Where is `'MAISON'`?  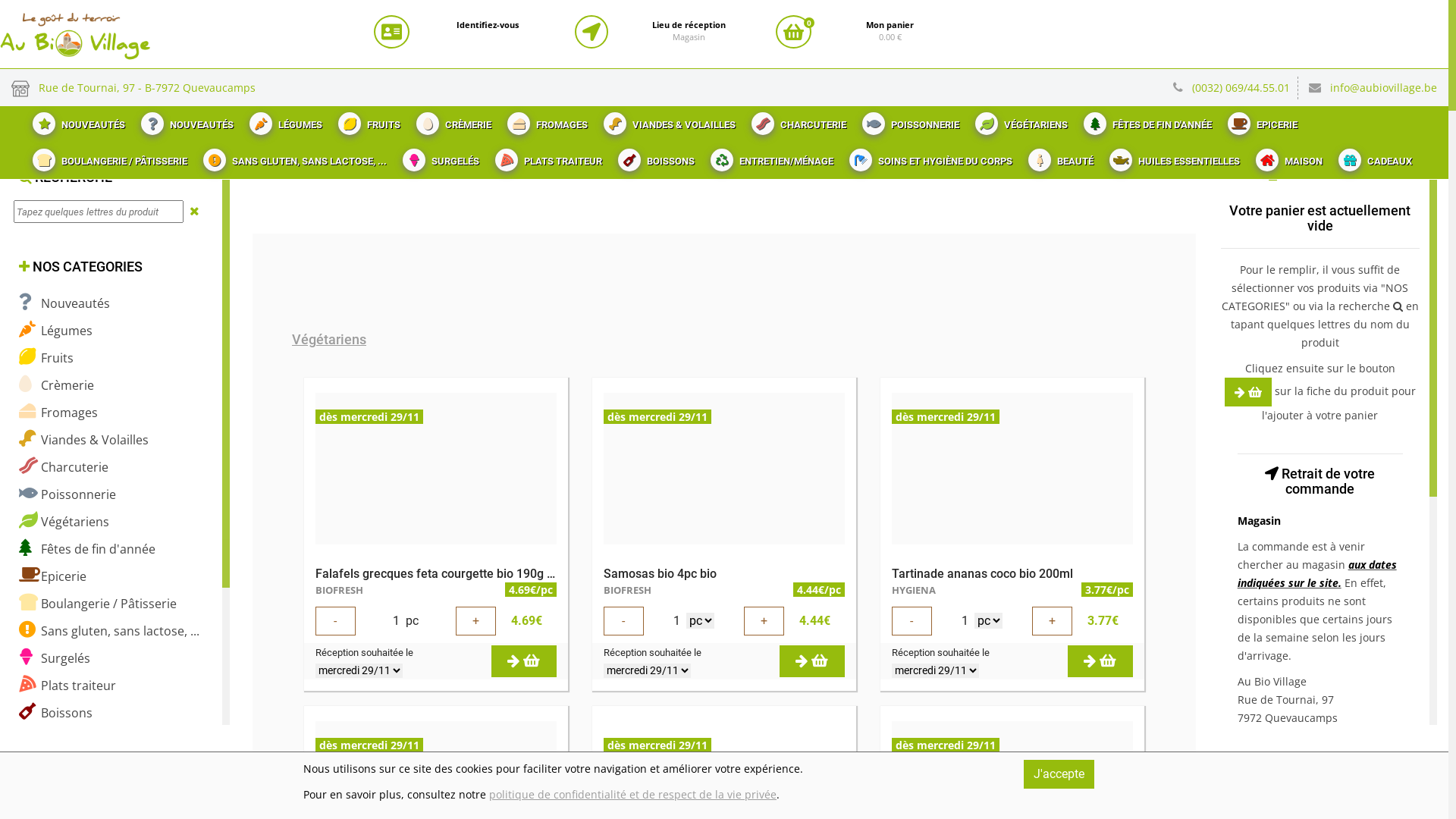
'MAISON' is located at coordinates (1286, 157).